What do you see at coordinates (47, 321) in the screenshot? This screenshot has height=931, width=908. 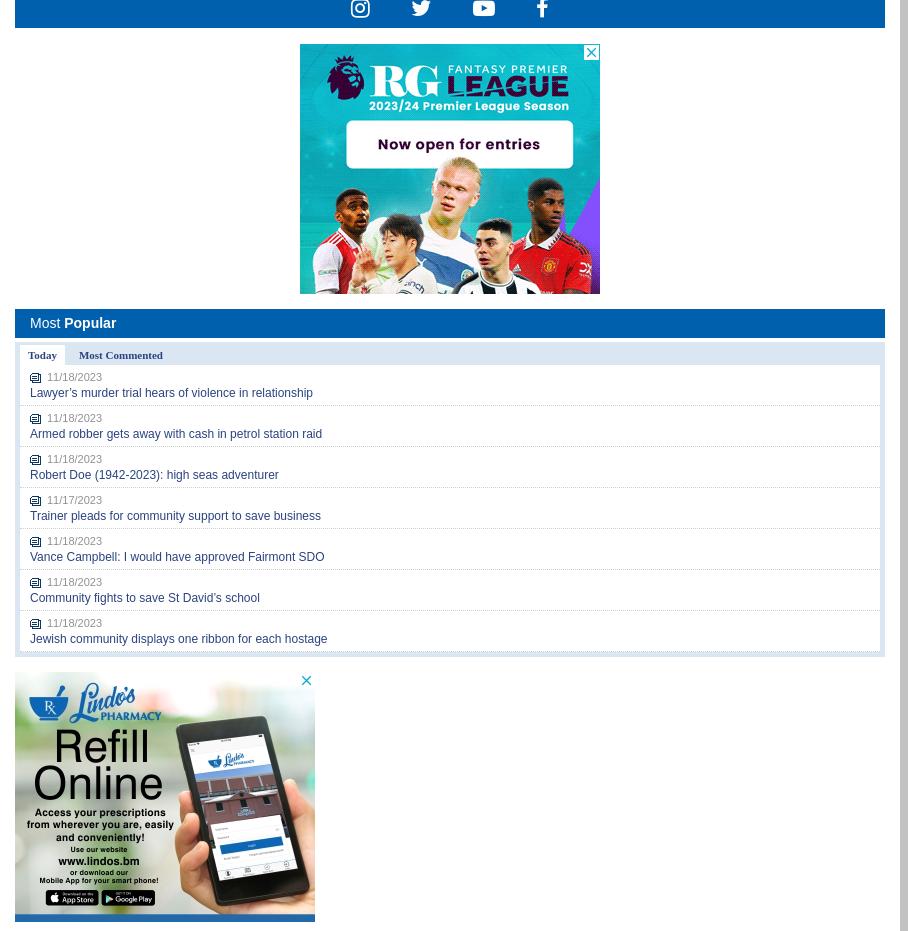 I see `'Most'` at bounding box center [47, 321].